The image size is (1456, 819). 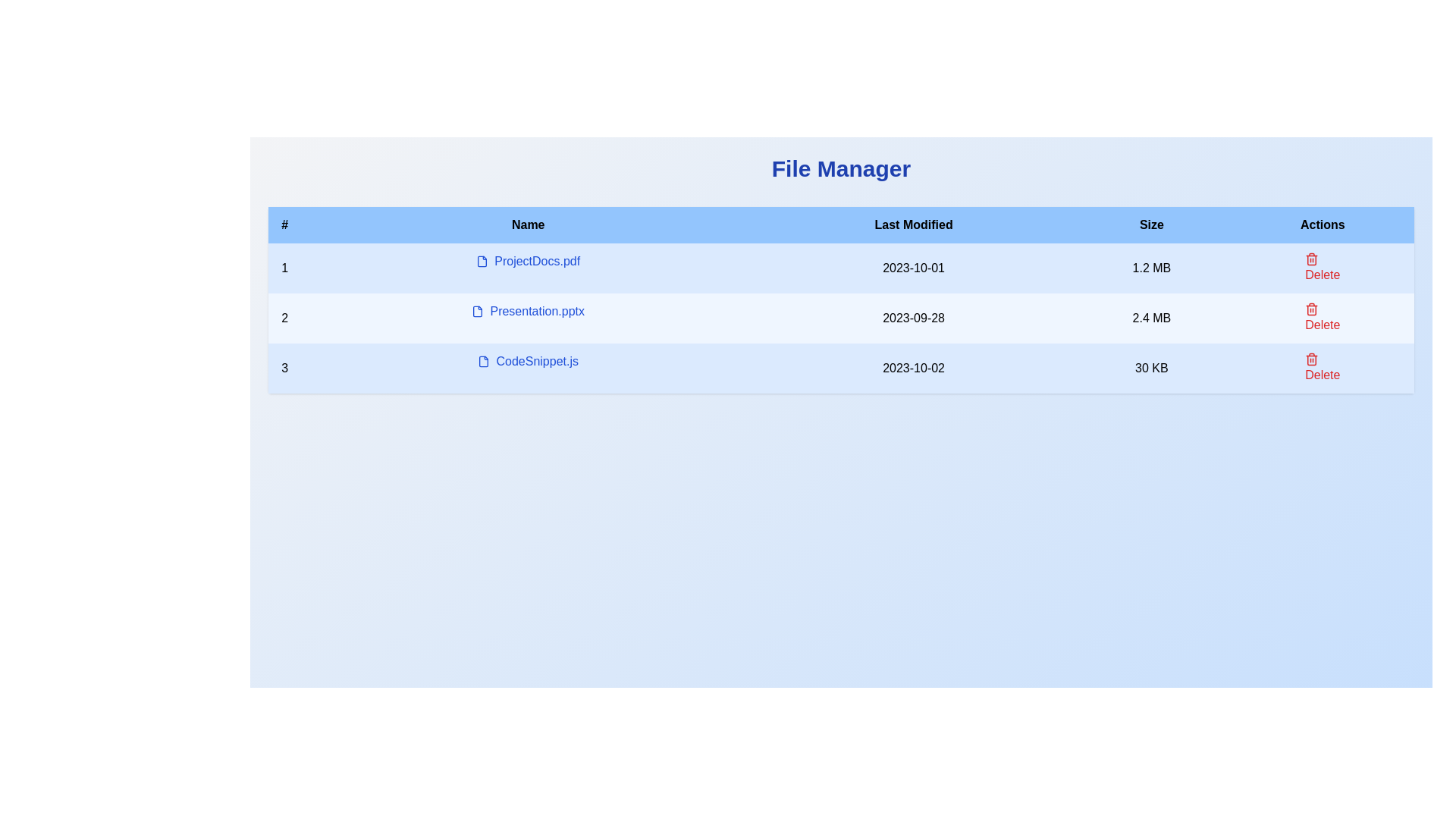 What do you see at coordinates (1151, 318) in the screenshot?
I see `the static text label that displays the size of the file 'Presentation.pptx', located in the second row under the 'Size' column, to the right of the 'Last Modified' column` at bounding box center [1151, 318].